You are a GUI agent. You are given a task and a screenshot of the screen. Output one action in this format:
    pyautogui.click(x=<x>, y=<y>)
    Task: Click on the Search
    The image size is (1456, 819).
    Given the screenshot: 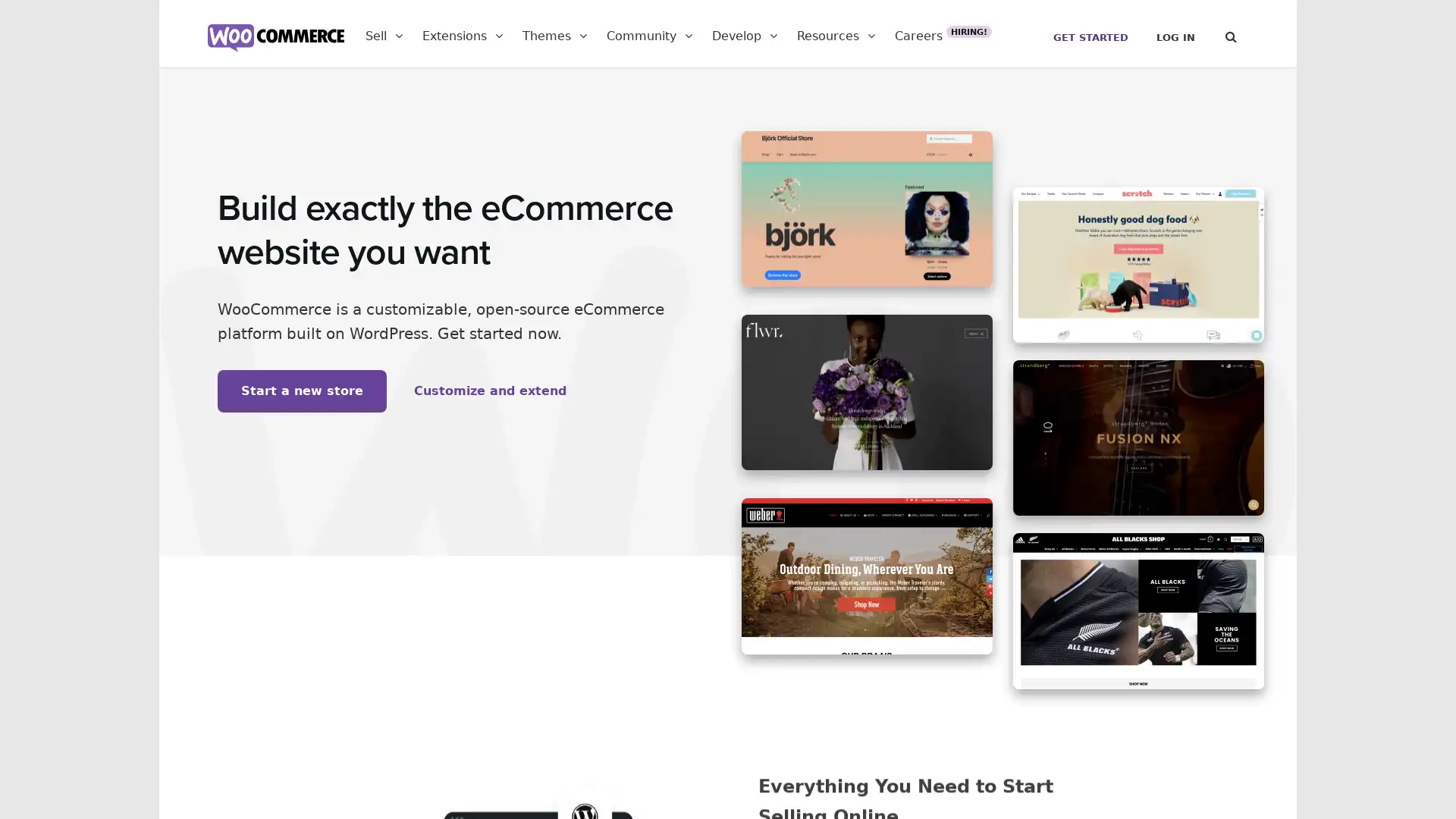 What is the action you would take?
    pyautogui.click(x=1231, y=36)
    